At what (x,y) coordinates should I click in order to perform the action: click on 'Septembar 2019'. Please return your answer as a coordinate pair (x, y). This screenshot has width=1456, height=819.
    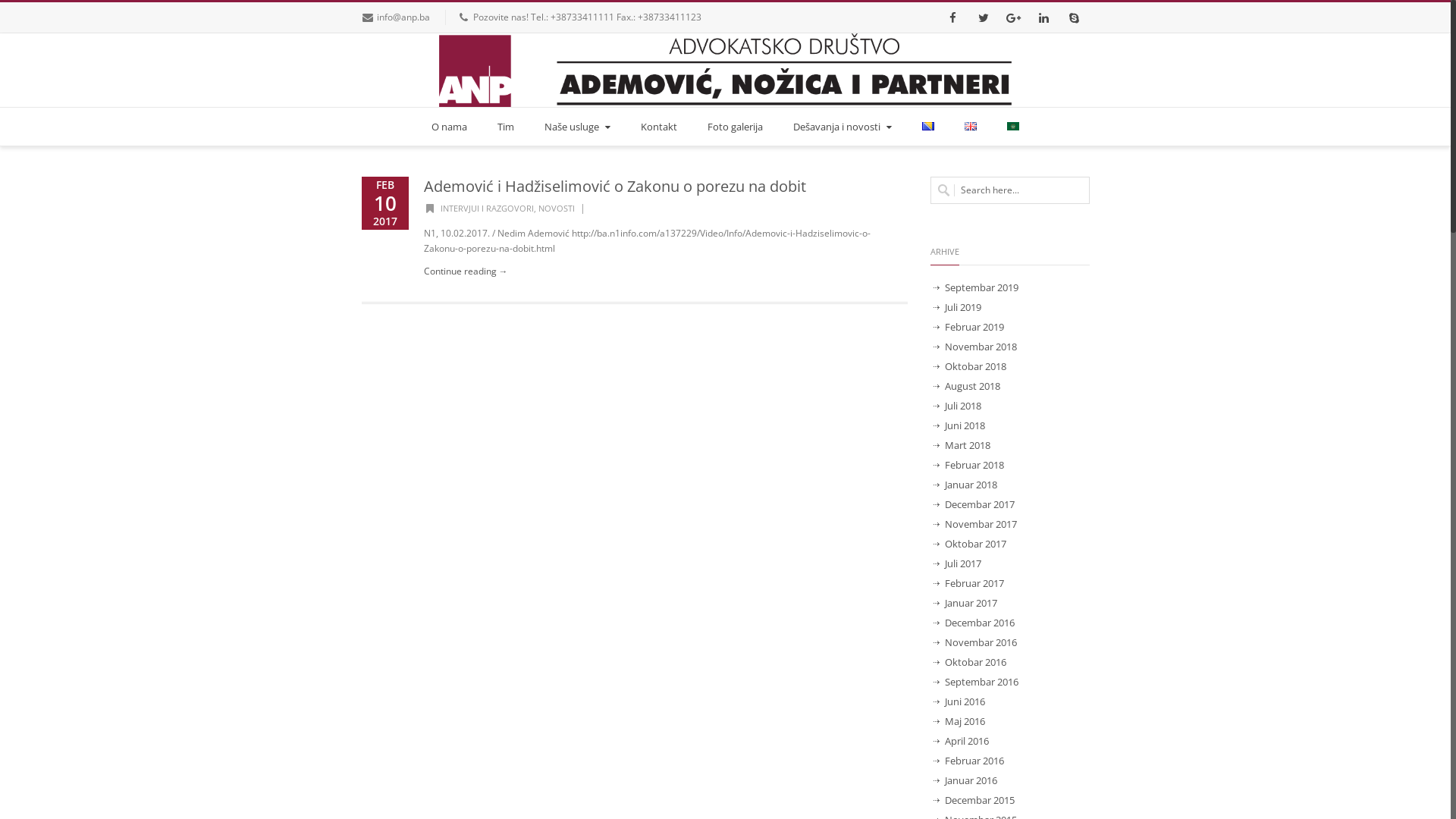
    Looking at the image, I should click on (976, 287).